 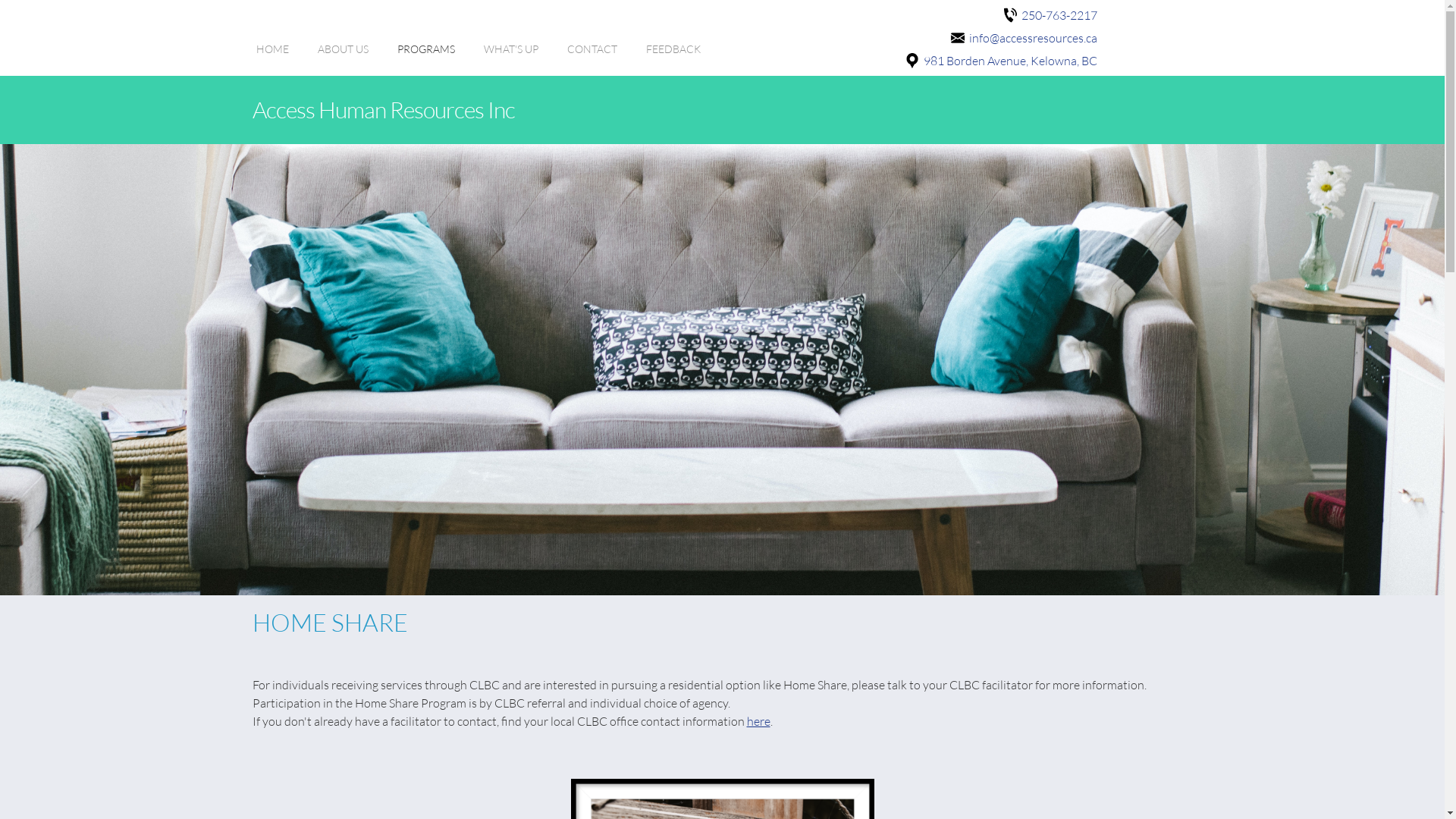 What do you see at coordinates (720, 108) in the screenshot?
I see `'Access Human Resources Inc'` at bounding box center [720, 108].